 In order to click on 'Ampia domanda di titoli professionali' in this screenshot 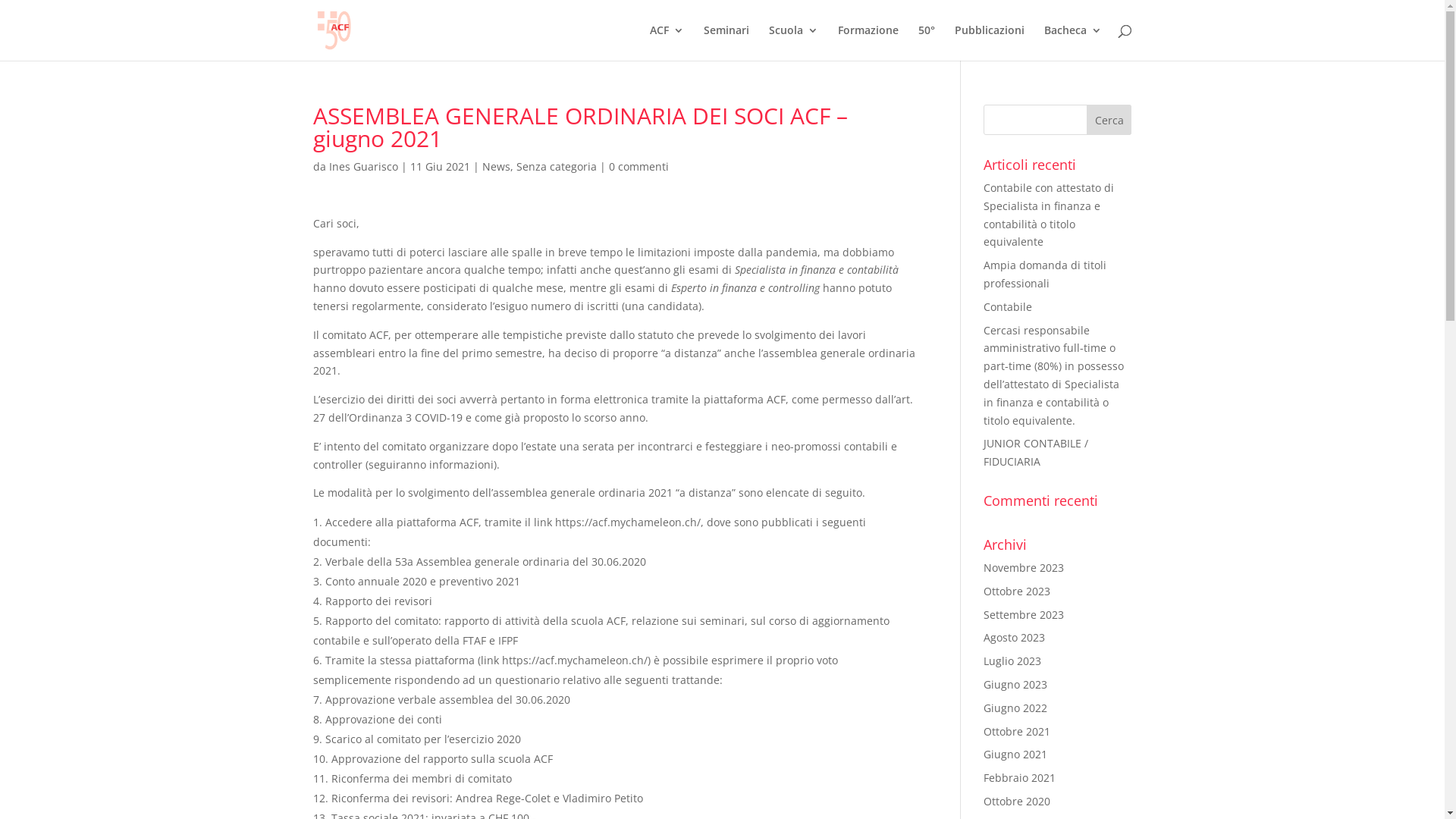, I will do `click(1043, 274)`.